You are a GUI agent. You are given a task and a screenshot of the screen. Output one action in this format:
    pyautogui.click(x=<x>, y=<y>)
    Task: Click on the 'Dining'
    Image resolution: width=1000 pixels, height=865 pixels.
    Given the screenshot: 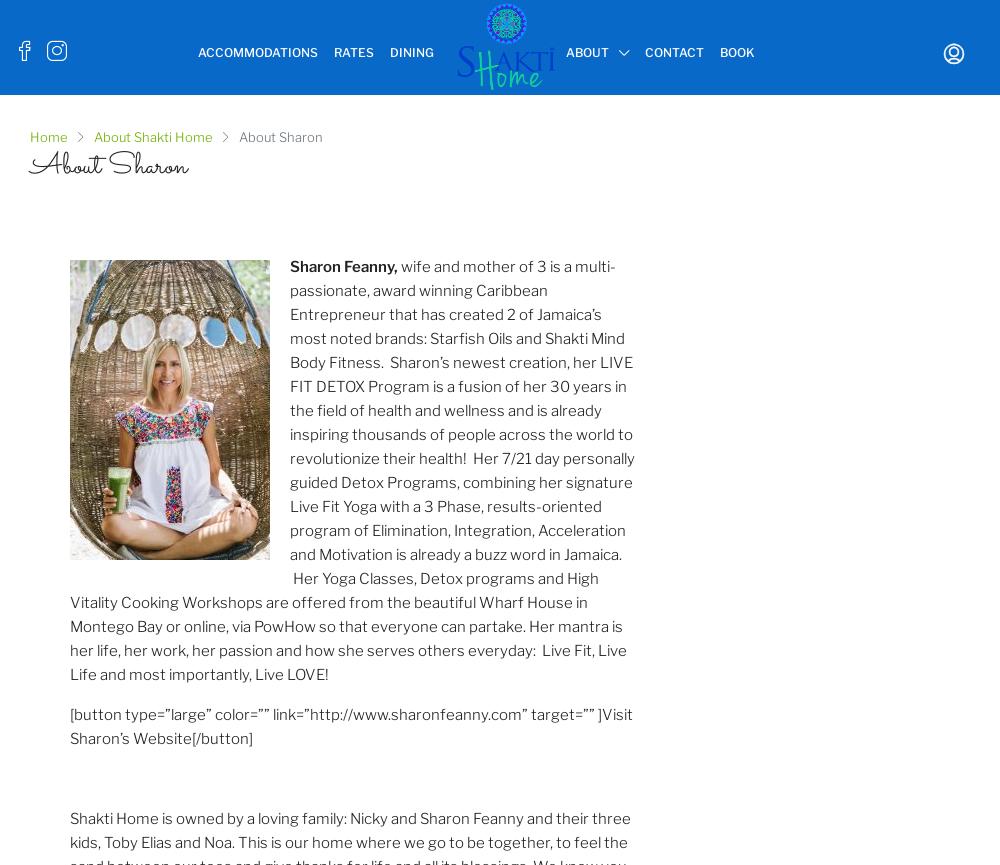 What is the action you would take?
    pyautogui.click(x=411, y=52)
    